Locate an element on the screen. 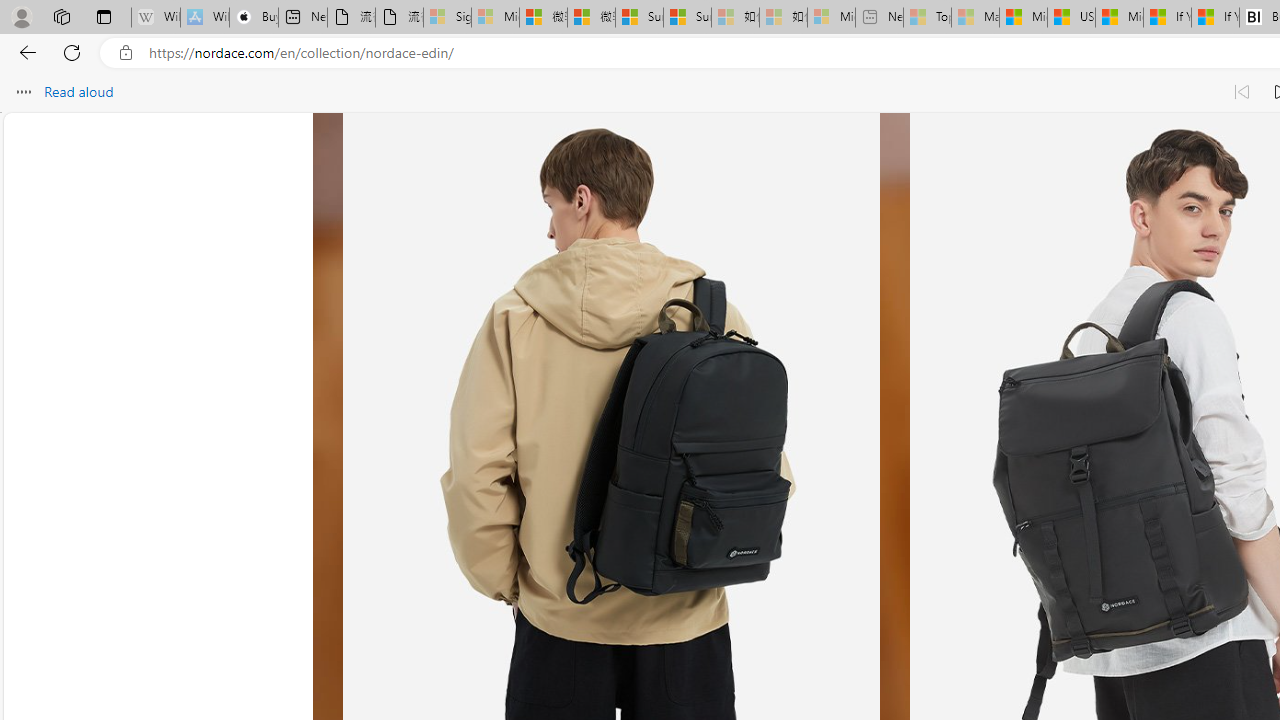 The width and height of the screenshot is (1280, 720). 'Personal Profile' is located at coordinates (21, 16).